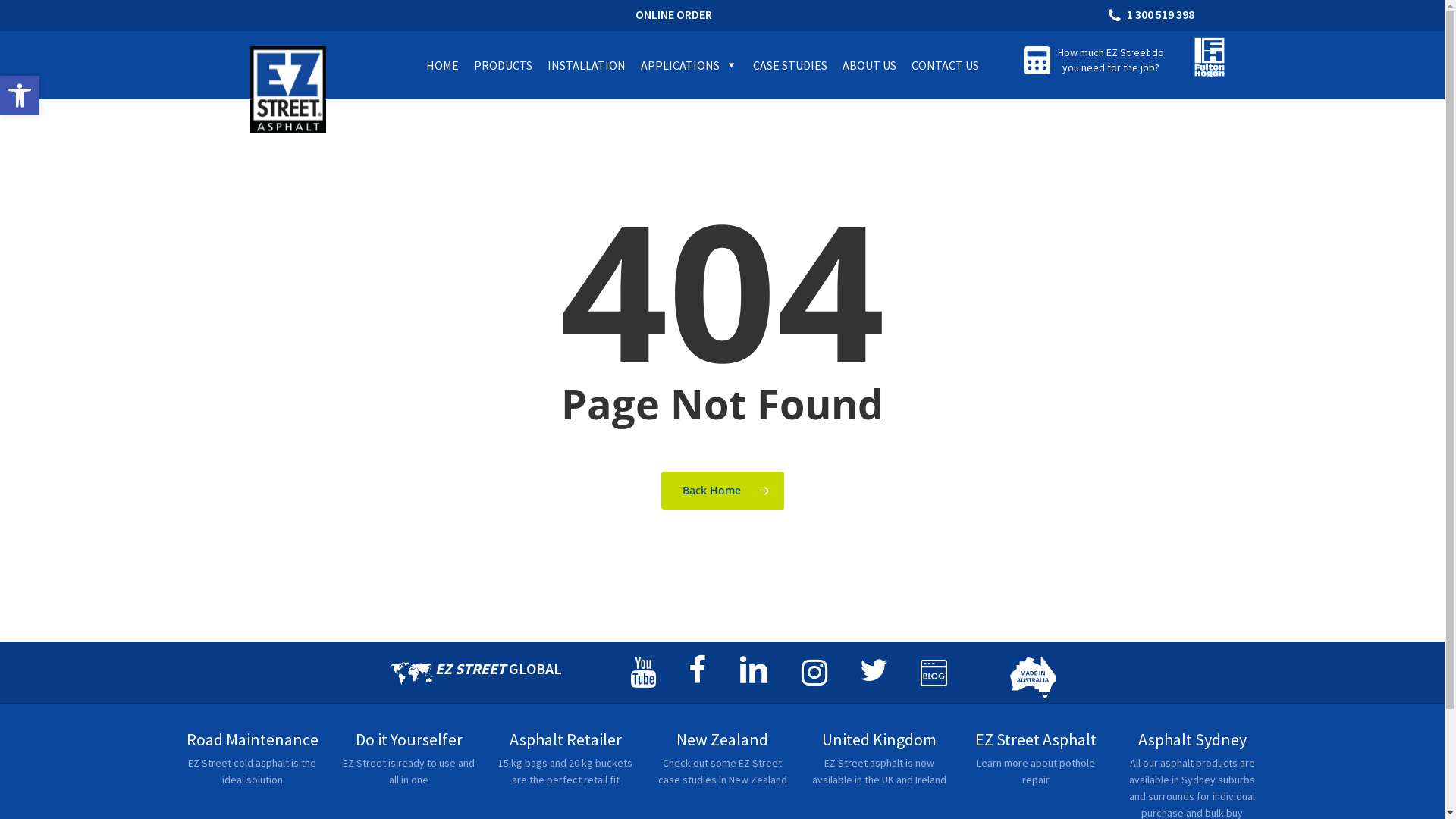 This screenshot has width=1456, height=819. I want to click on 'Do it Yourselfer, so click(409, 766).